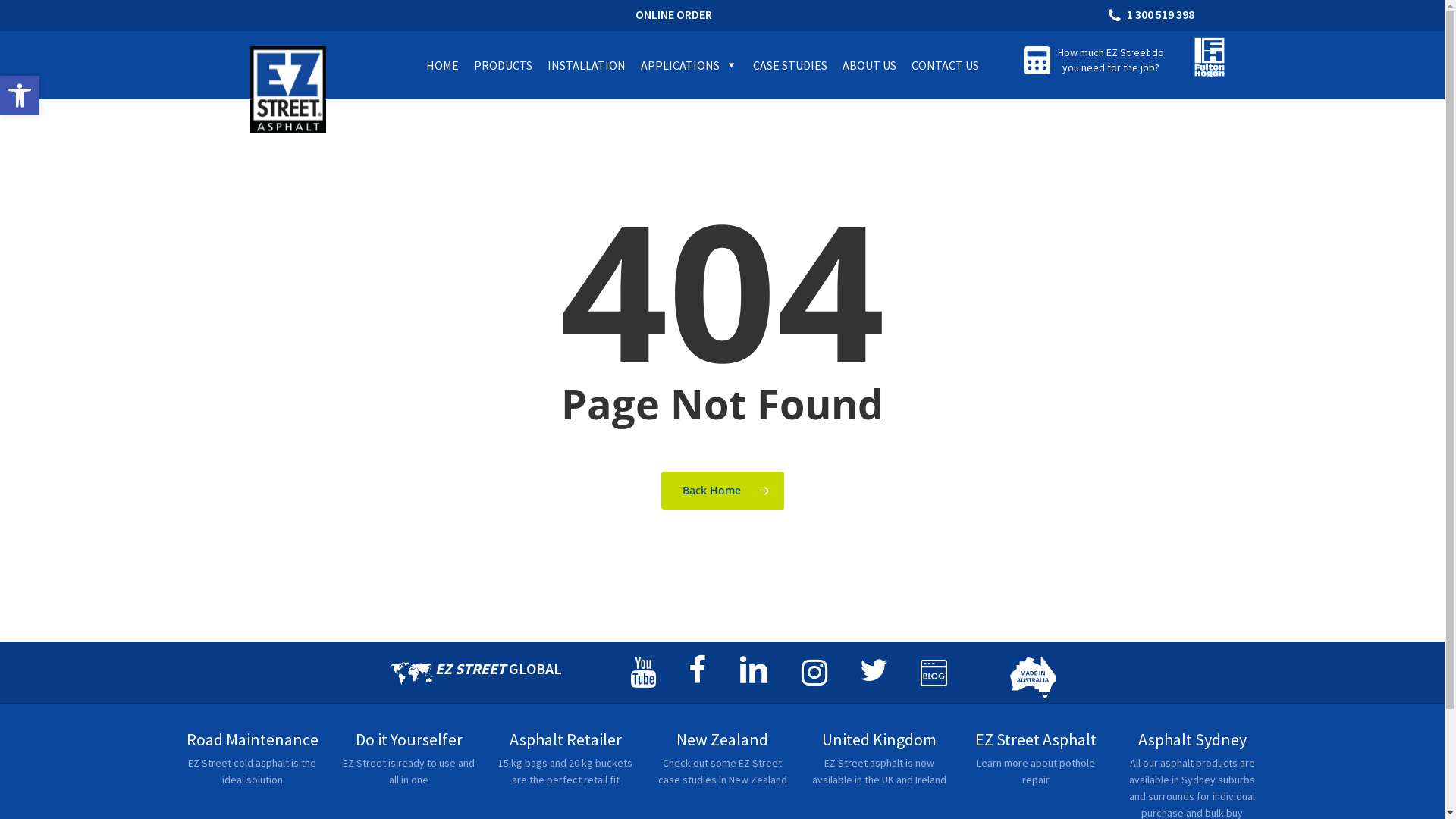 This screenshot has width=1456, height=819. I want to click on 'Do it Yourselfer, so click(409, 766).